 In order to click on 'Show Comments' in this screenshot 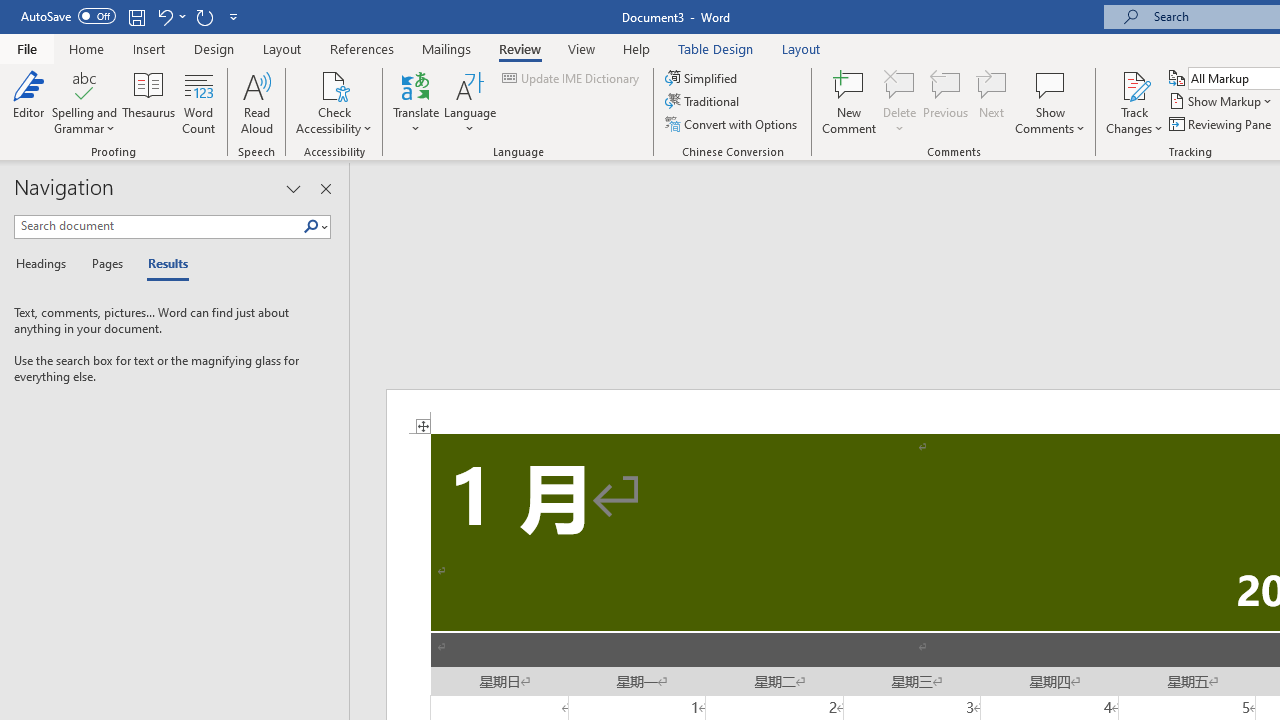, I will do `click(1049, 103)`.